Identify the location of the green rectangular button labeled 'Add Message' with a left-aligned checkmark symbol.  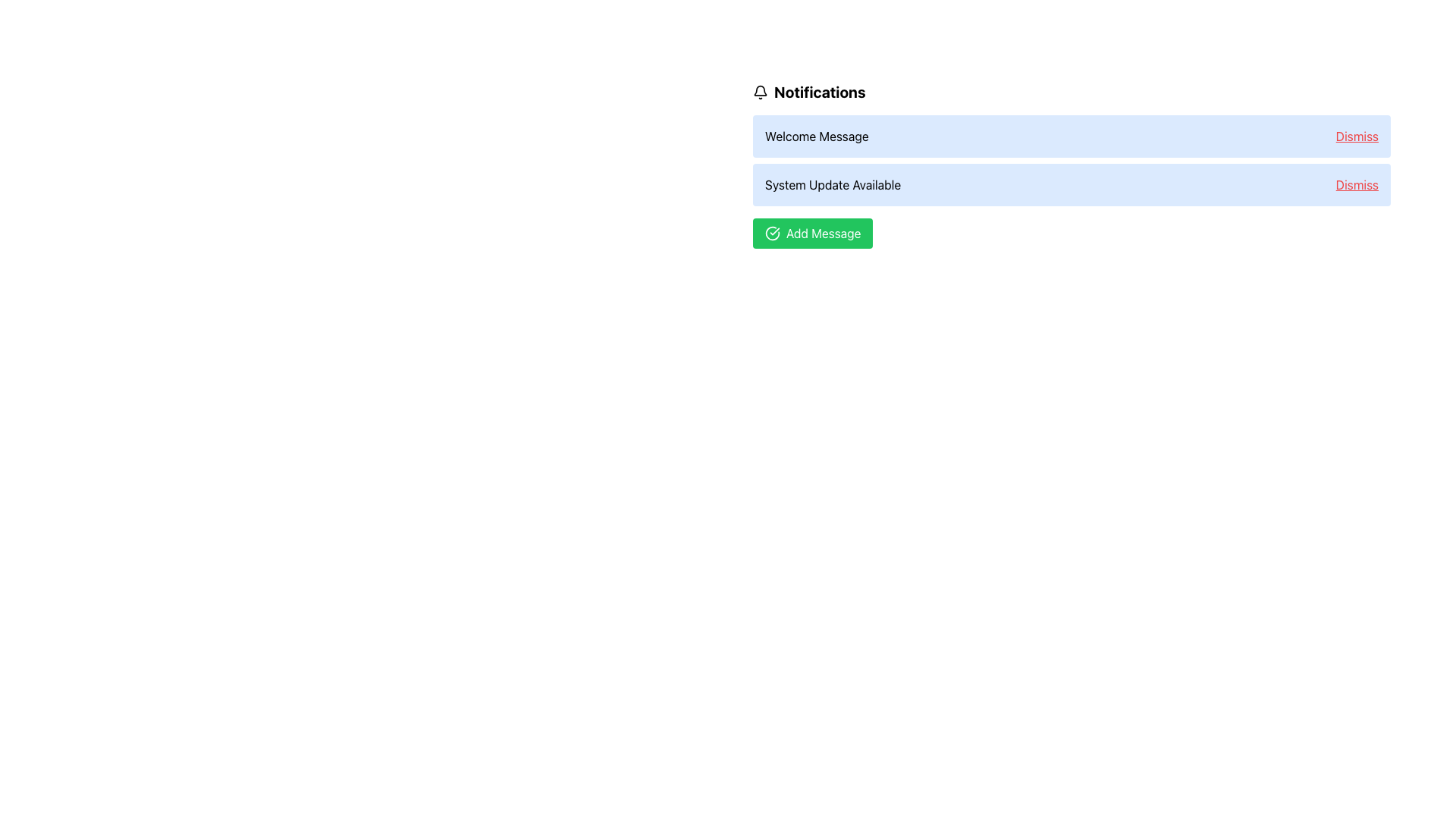
(811, 234).